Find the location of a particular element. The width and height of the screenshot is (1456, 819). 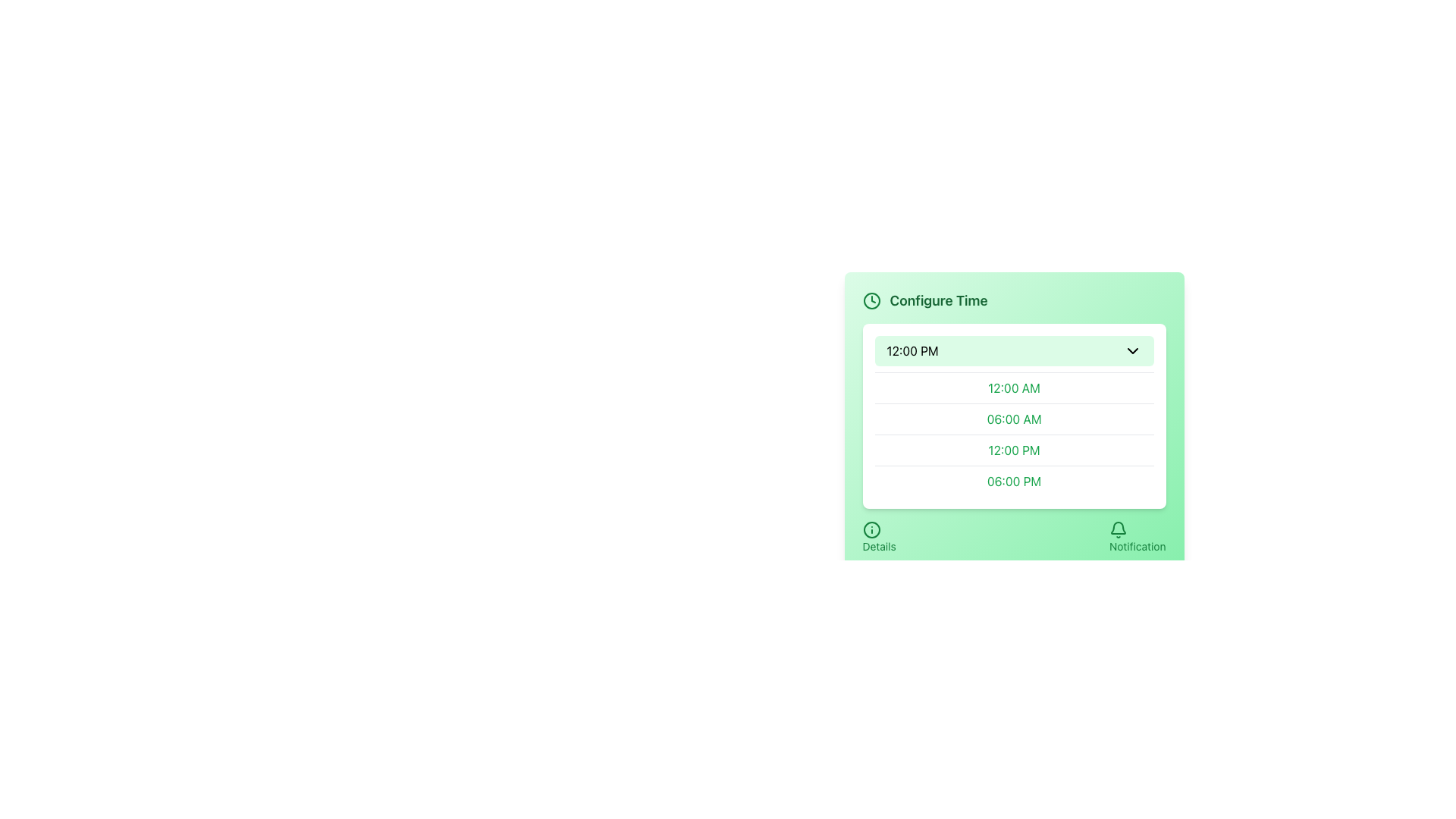

the SVG Circle element located at the center of the circular icon with internal markings, situated near the 'Details' label is located at coordinates (871, 529).